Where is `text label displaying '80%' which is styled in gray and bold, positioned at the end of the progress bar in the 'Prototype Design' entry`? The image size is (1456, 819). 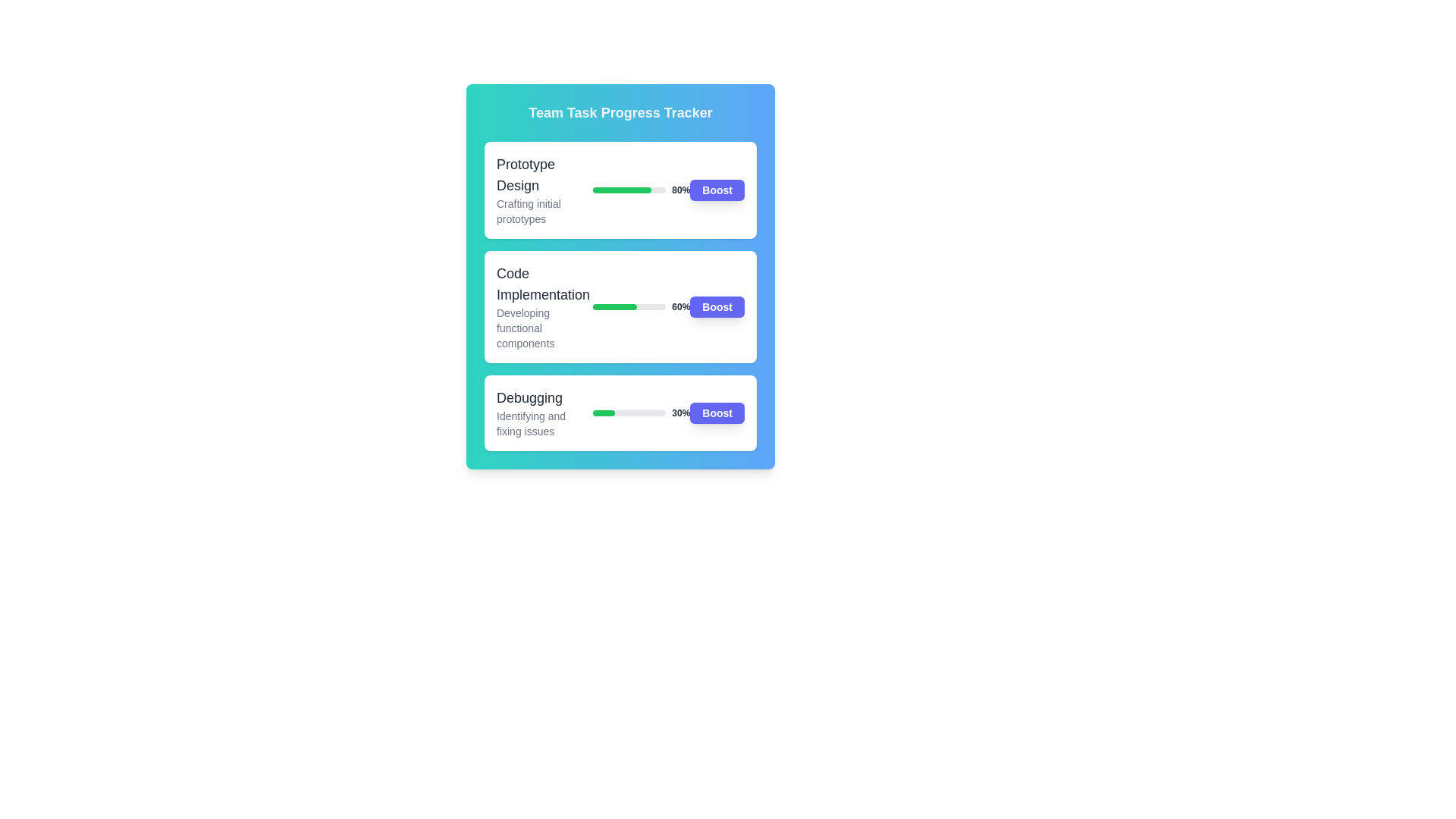 text label displaying '80%' which is styled in gray and bold, positioned at the end of the progress bar in the 'Prototype Design' entry is located at coordinates (680, 189).